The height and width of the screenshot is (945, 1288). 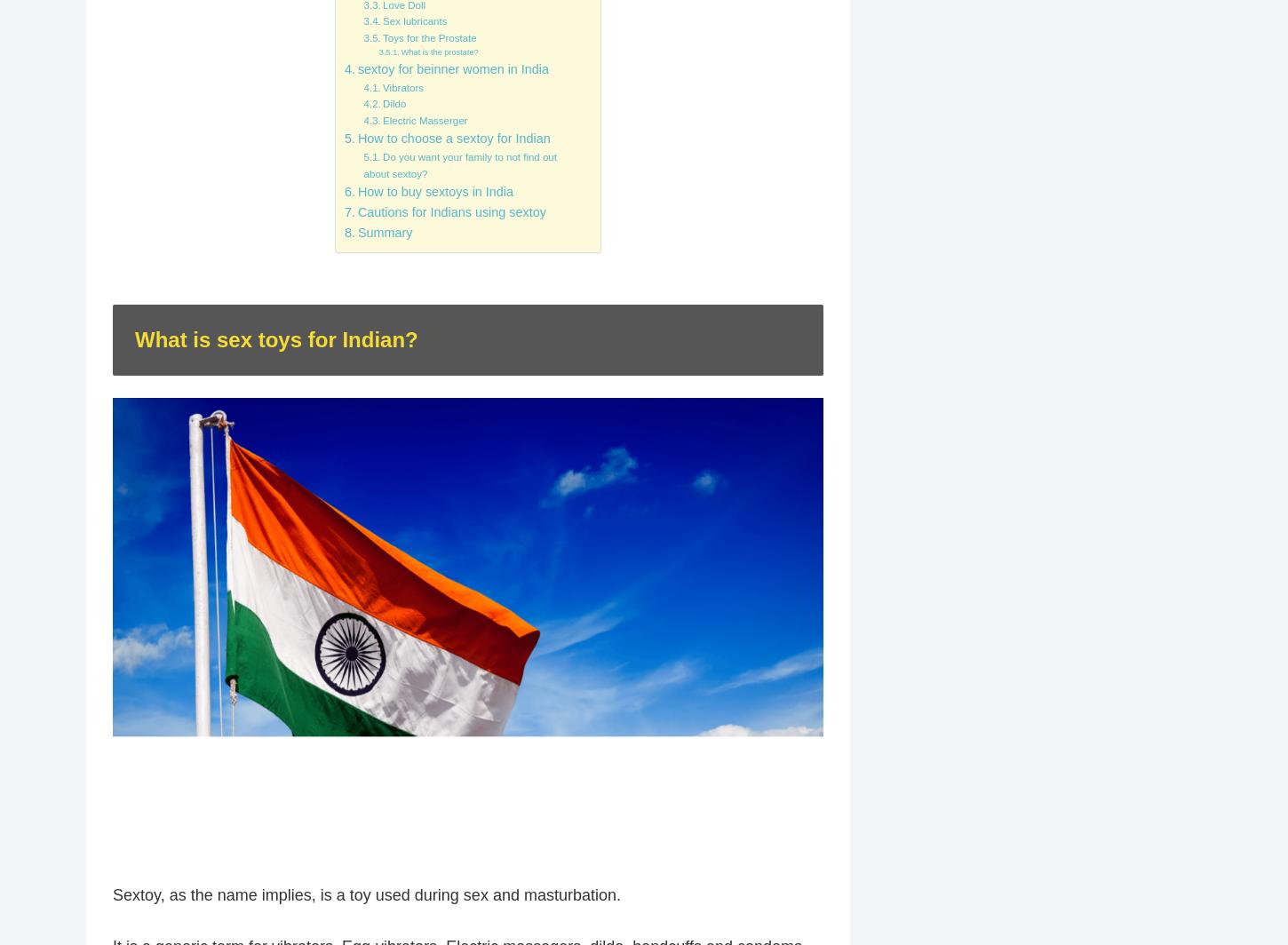 What do you see at coordinates (439, 52) in the screenshot?
I see `'What is the prostate?'` at bounding box center [439, 52].